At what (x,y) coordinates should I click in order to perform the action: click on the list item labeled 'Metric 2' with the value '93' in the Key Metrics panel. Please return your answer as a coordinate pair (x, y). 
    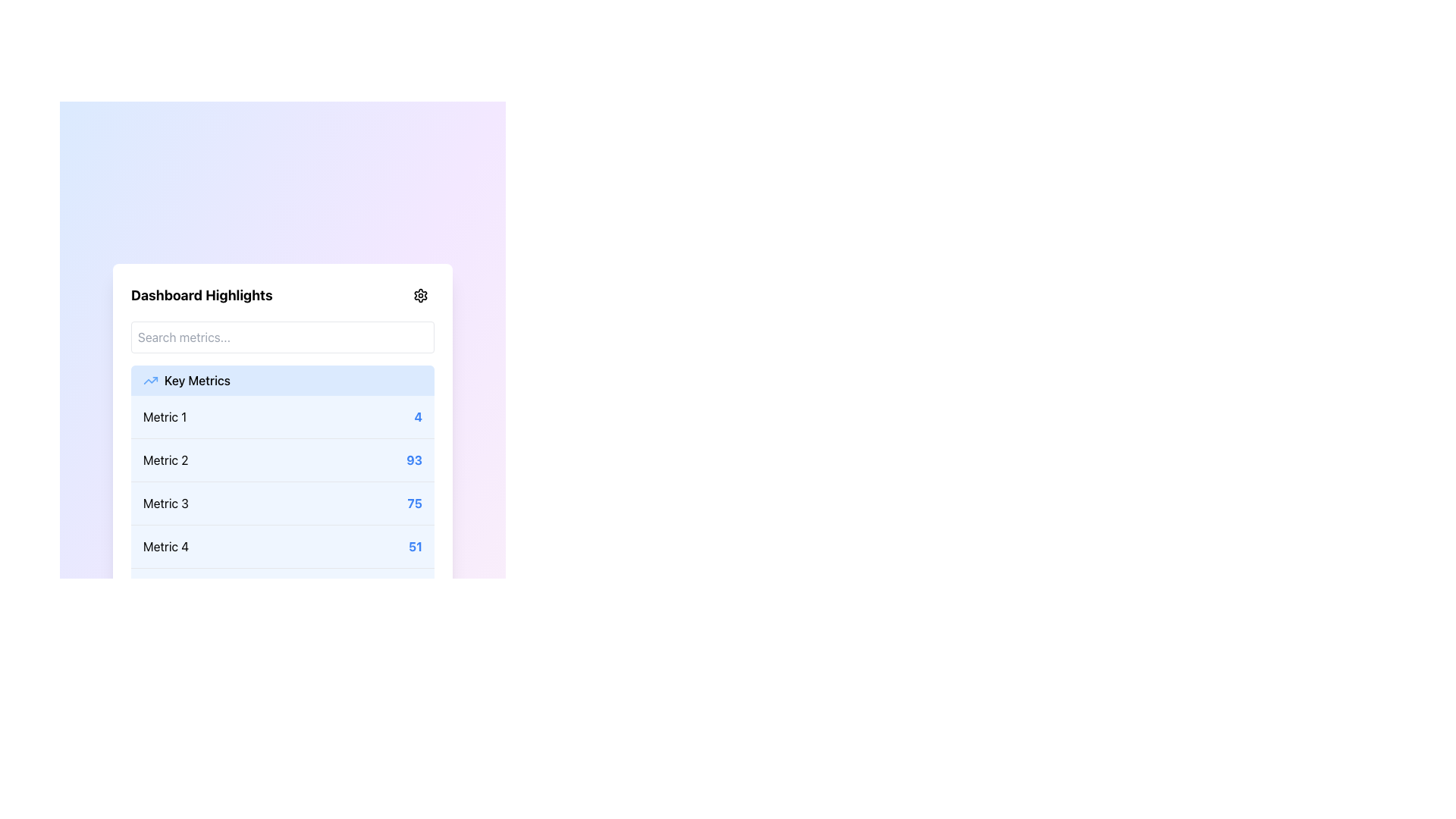
    Looking at the image, I should click on (283, 459).